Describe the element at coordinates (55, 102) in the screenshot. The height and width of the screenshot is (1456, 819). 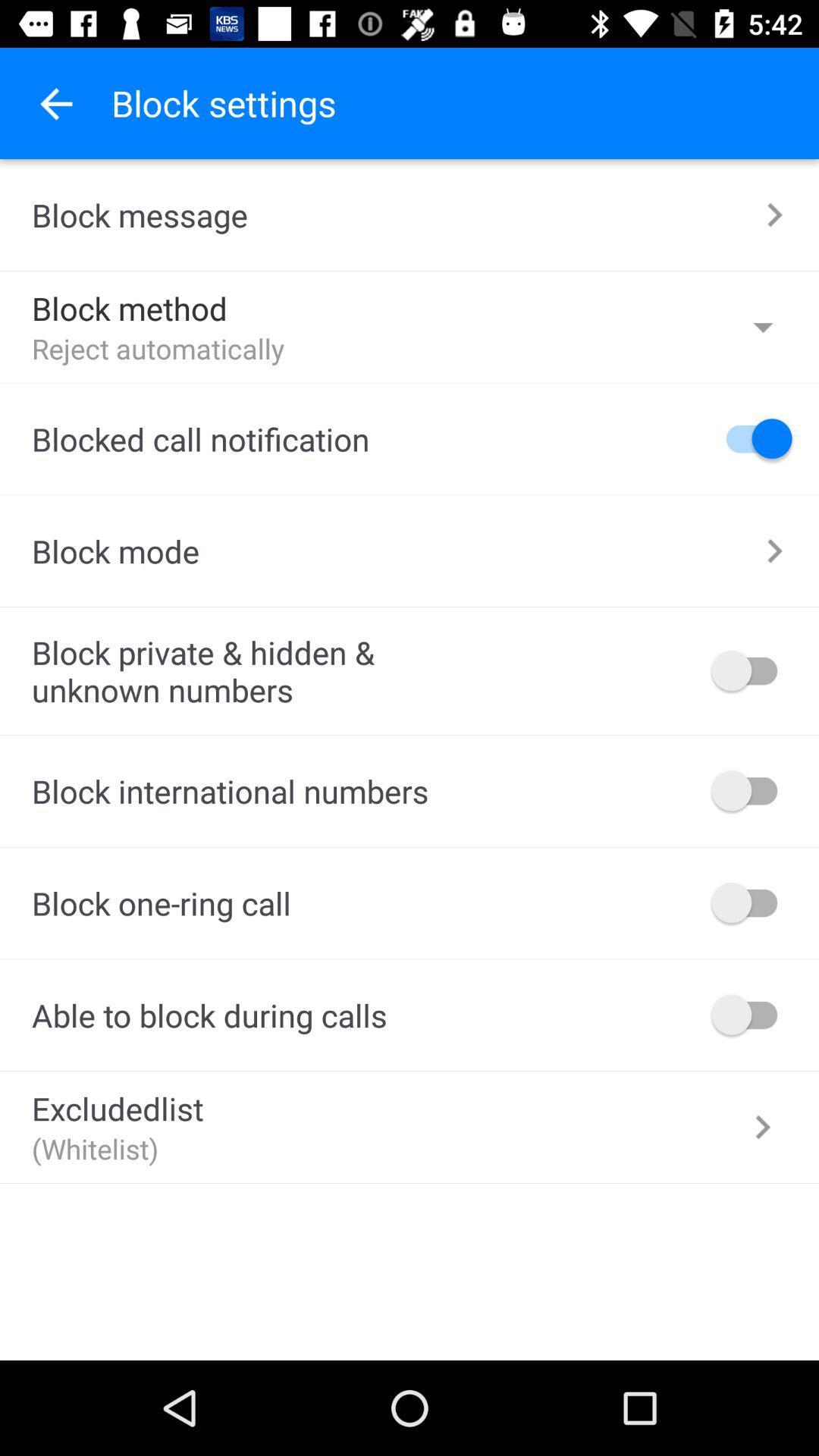
I see `item above block message` at that location.